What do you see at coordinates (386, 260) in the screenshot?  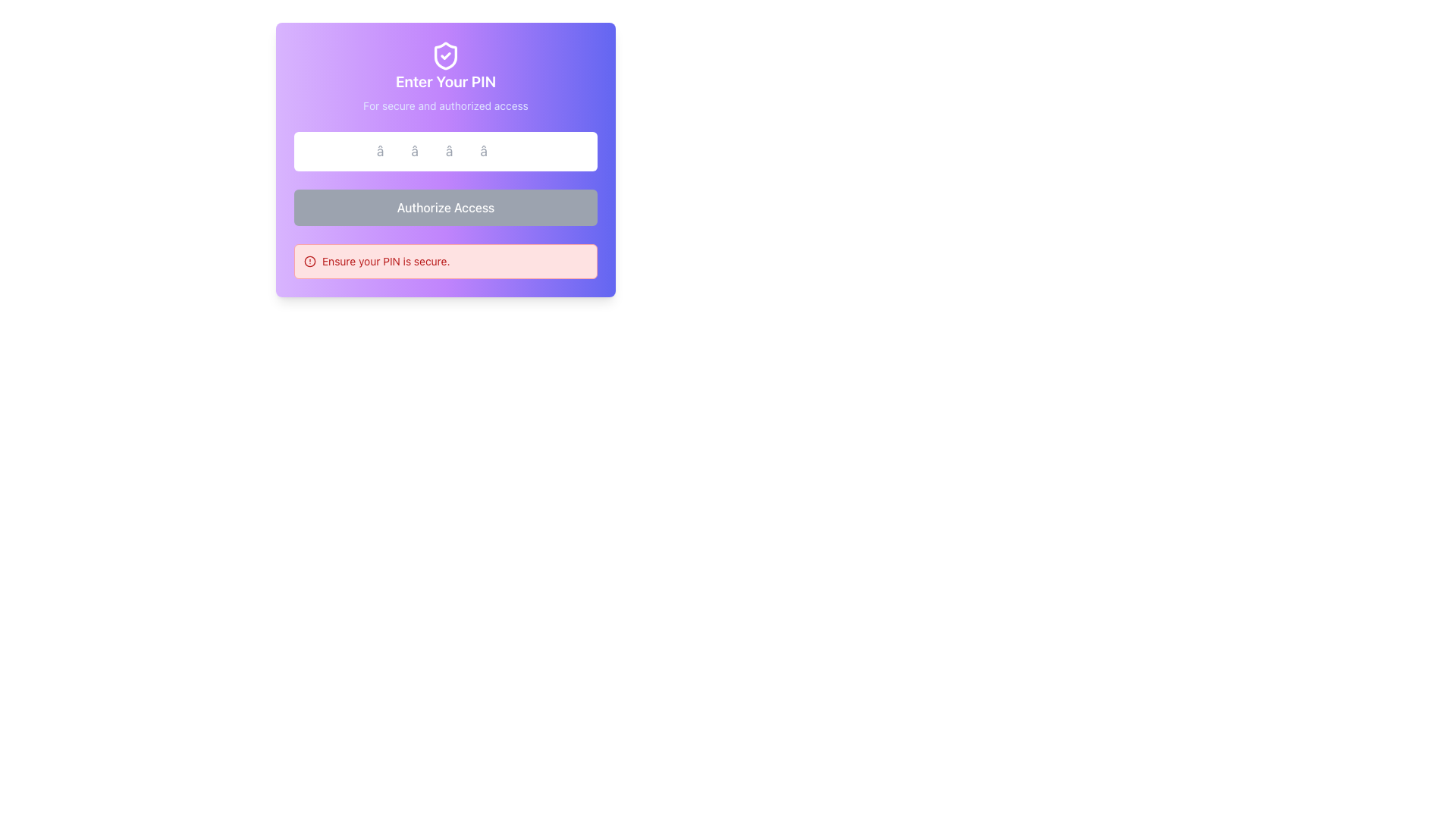 I see `advisory message displayed in the text label located towards the bottom section of the login form interface, adjacent to the alert icon` at bounding box center [386, 260].